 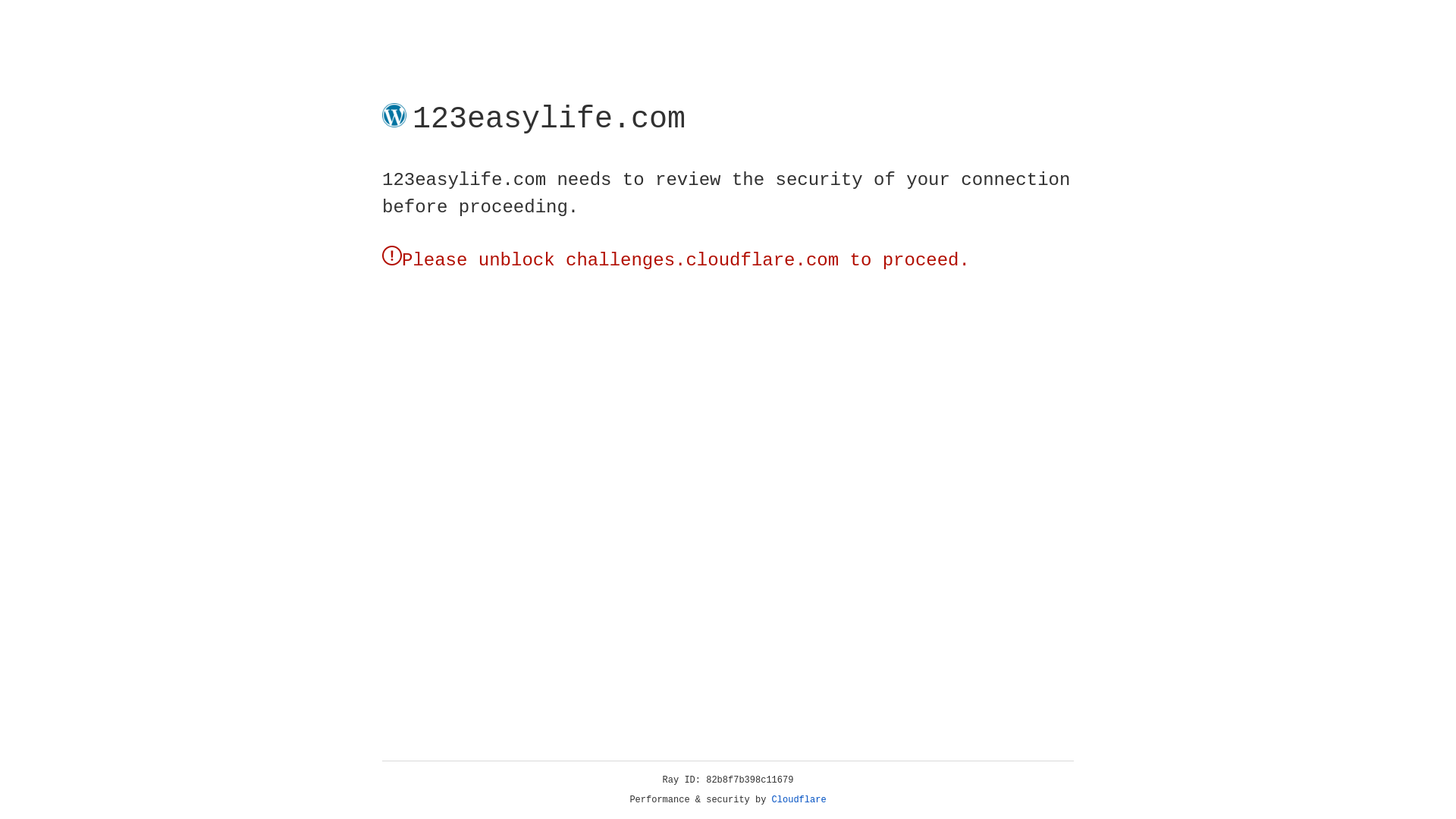 I want to click on 'Cloudflare', so click(x=799, y=799).